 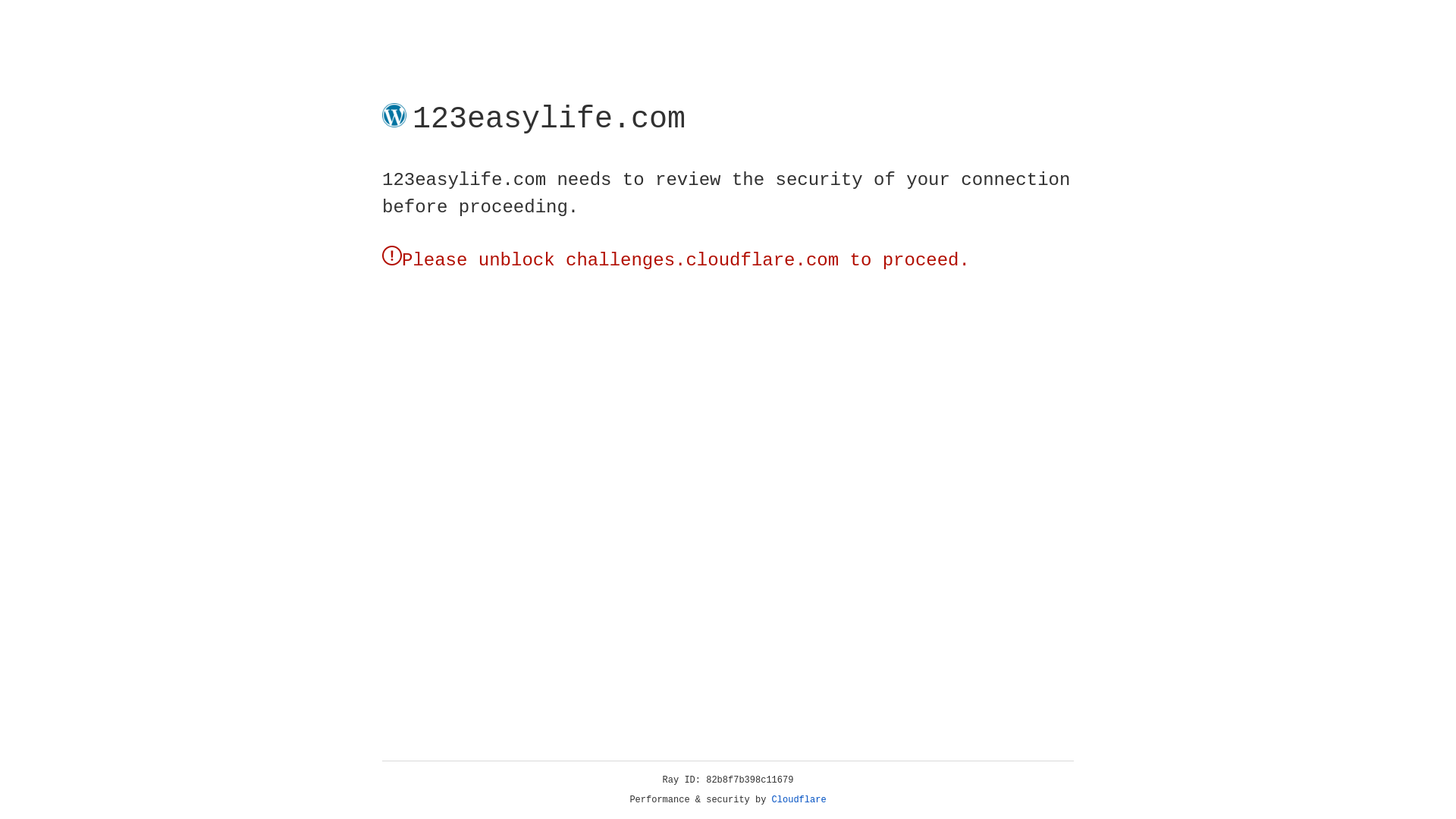 I want to click on 'Cloudflare', so click(x=799, y=799).